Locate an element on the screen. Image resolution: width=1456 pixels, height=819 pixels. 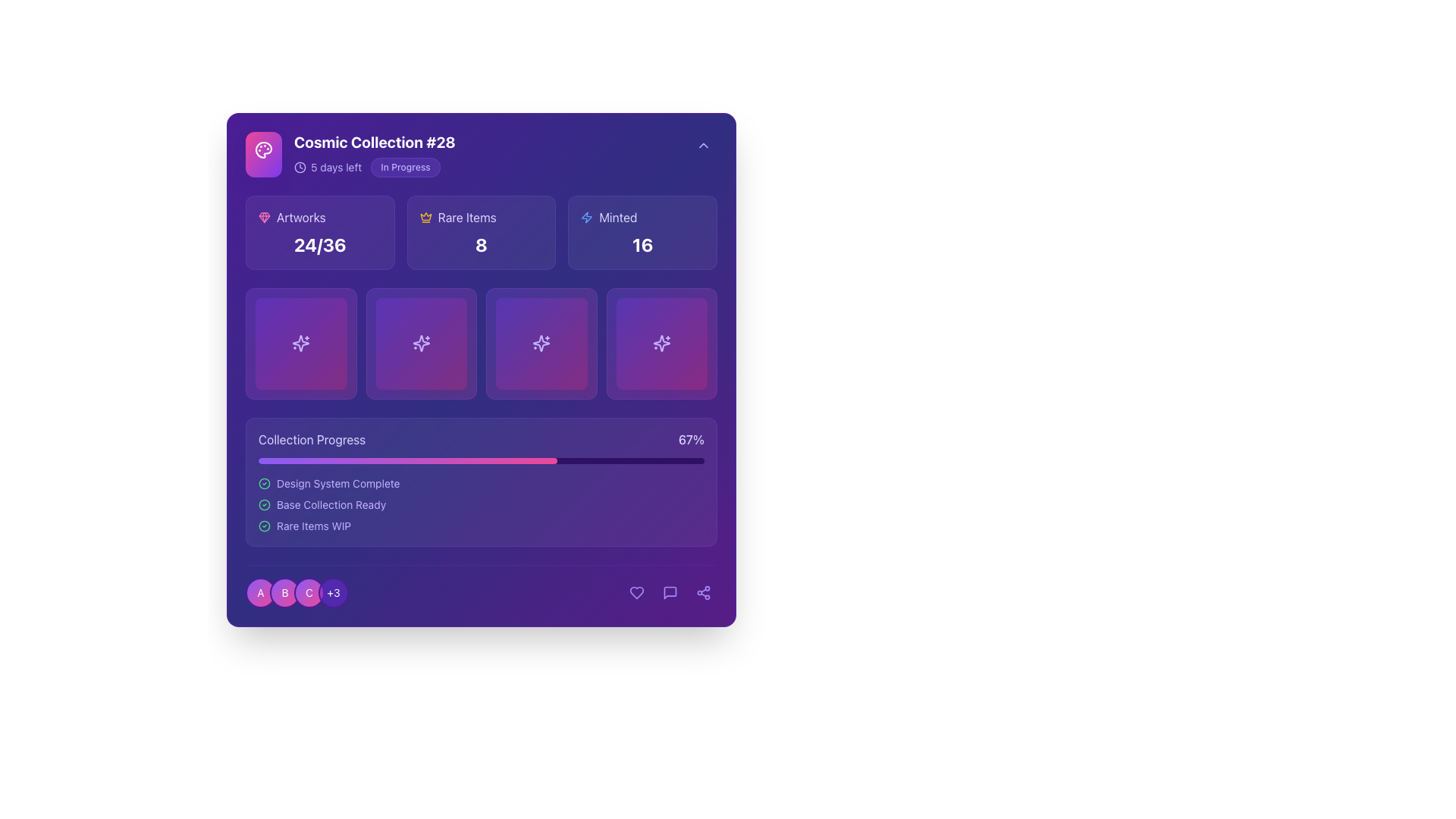
the status icon indicating 'Completed/Verified' for the task 'Rare Items WIP' located in the Collection Progress list is located at coordinates (265, 525).